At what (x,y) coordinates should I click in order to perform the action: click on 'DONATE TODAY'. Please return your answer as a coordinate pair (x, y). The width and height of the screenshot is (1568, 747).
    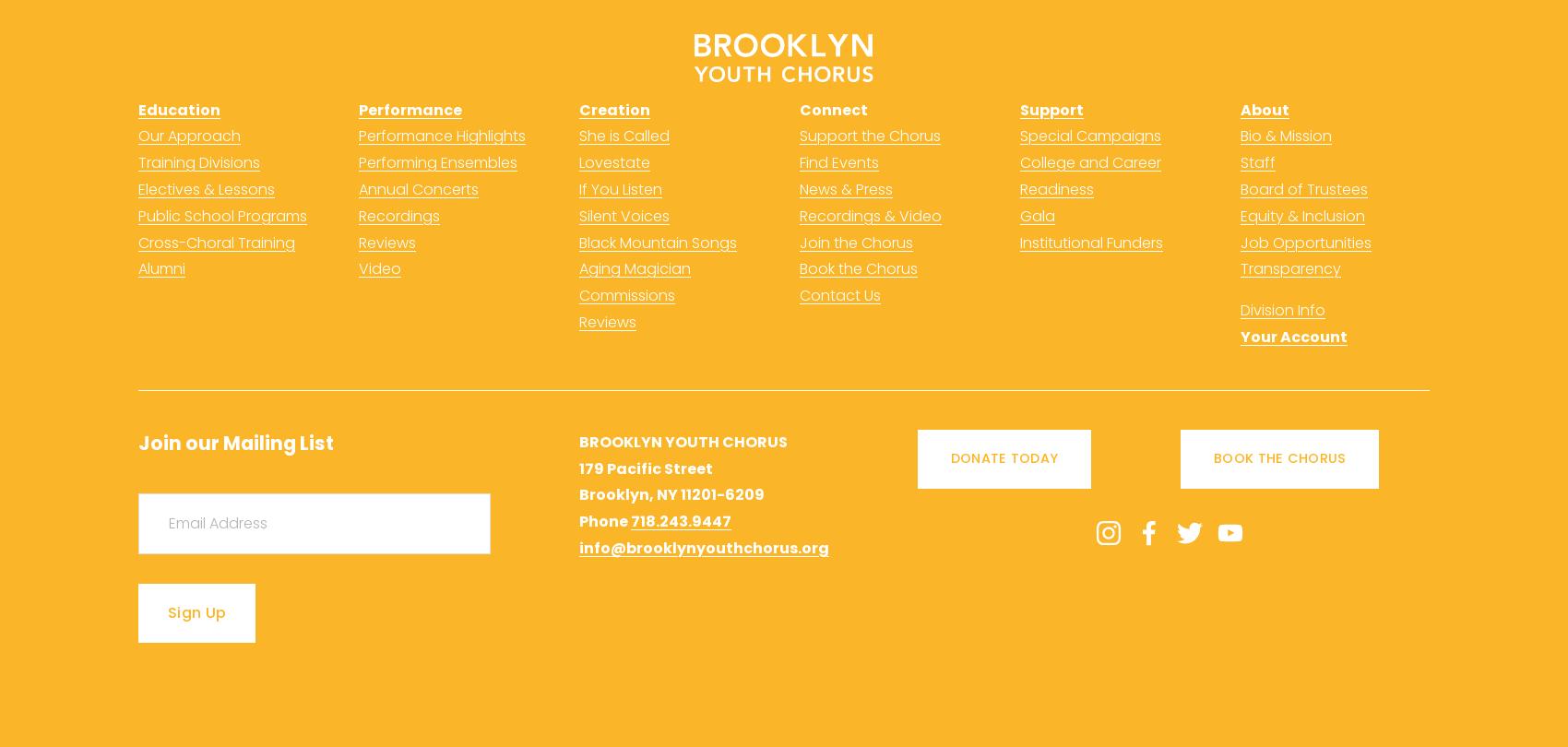
    Looking at the image, I should click on (1004, 458).